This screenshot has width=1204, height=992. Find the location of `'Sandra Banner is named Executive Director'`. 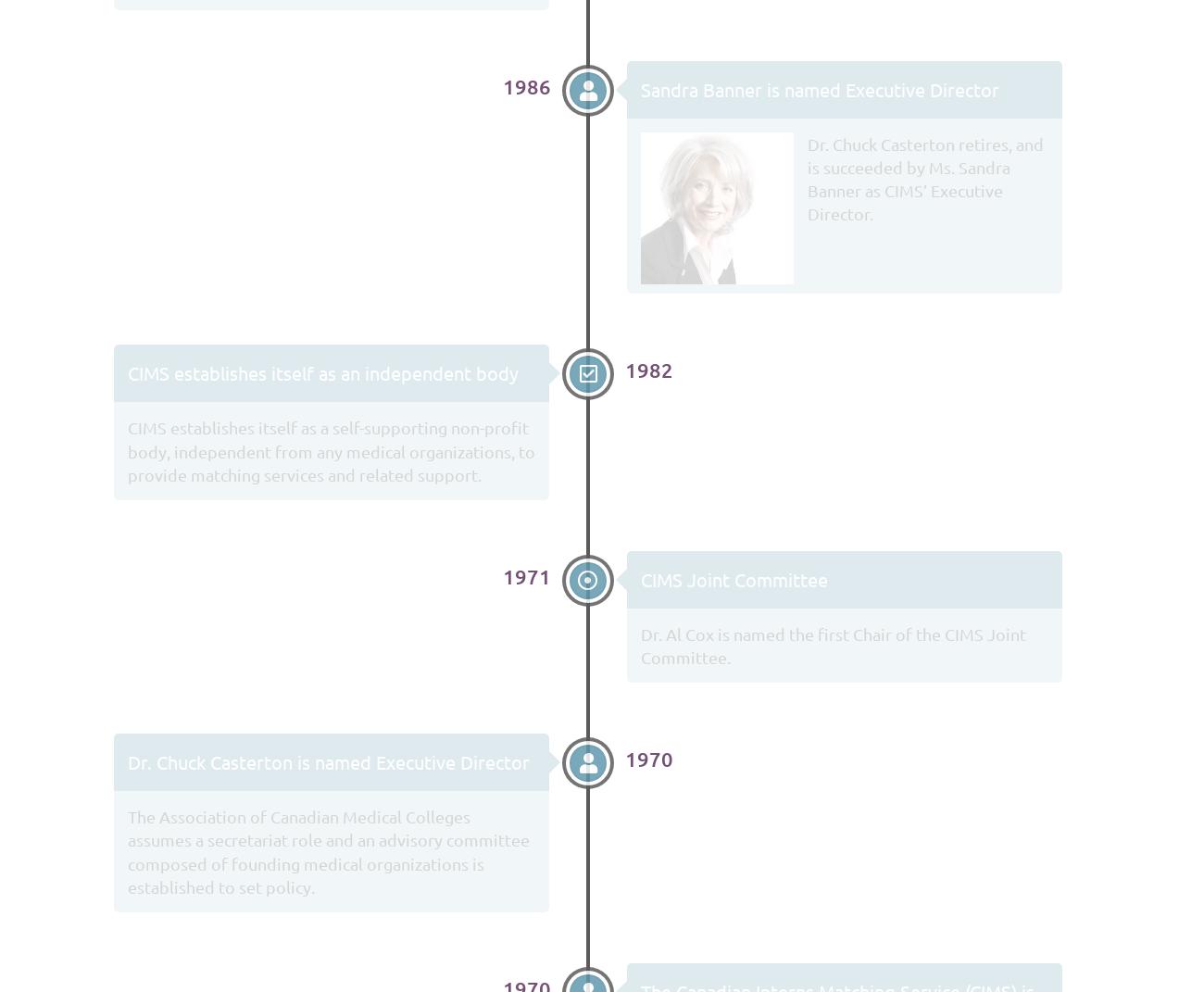

'Sandra Banner is named Executive Director' is located at coordinates (819, 88).